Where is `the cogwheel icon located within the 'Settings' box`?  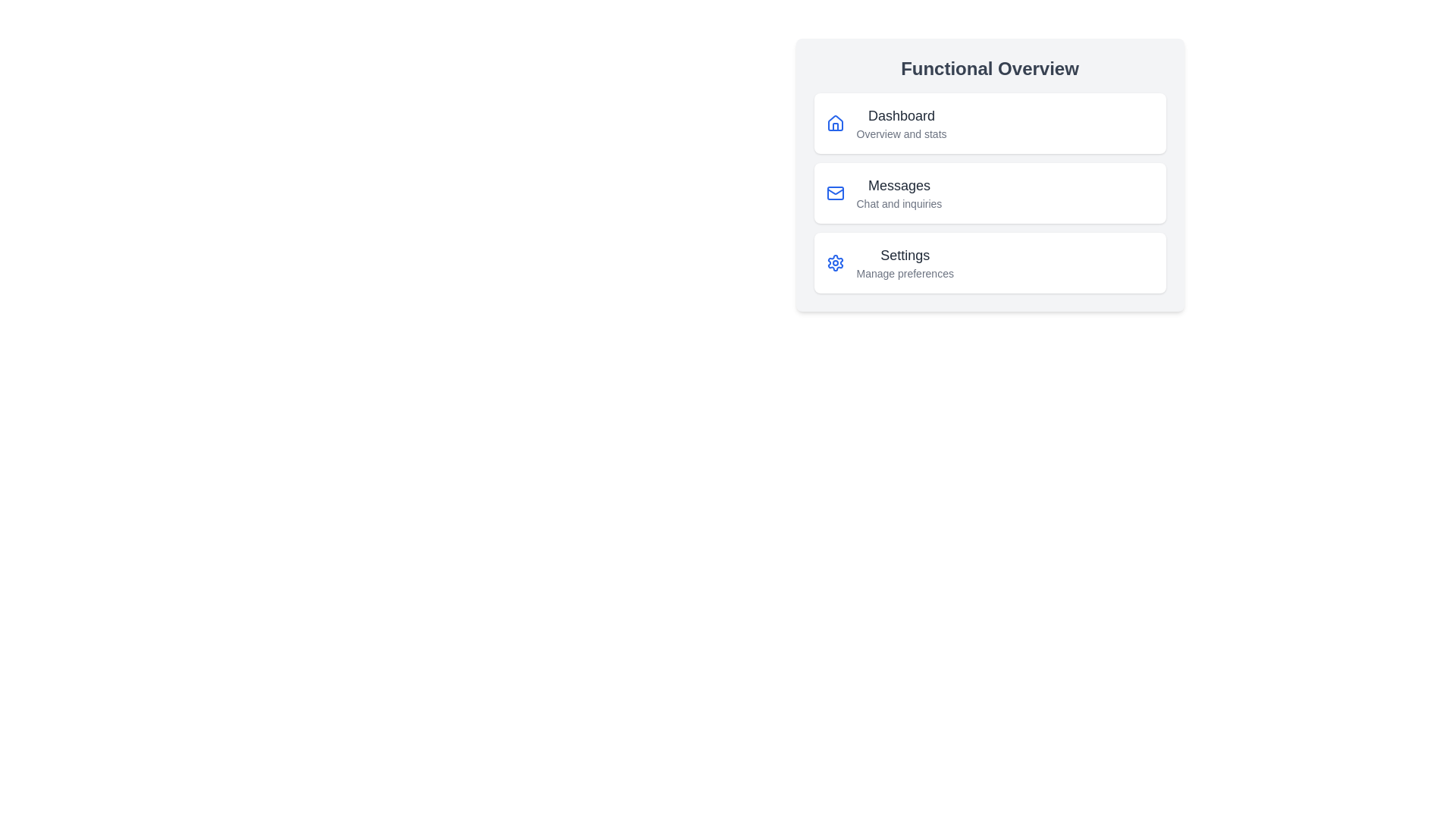
the cogwheel icon located within the 'Settings' box is located at coordinates (834, 262).